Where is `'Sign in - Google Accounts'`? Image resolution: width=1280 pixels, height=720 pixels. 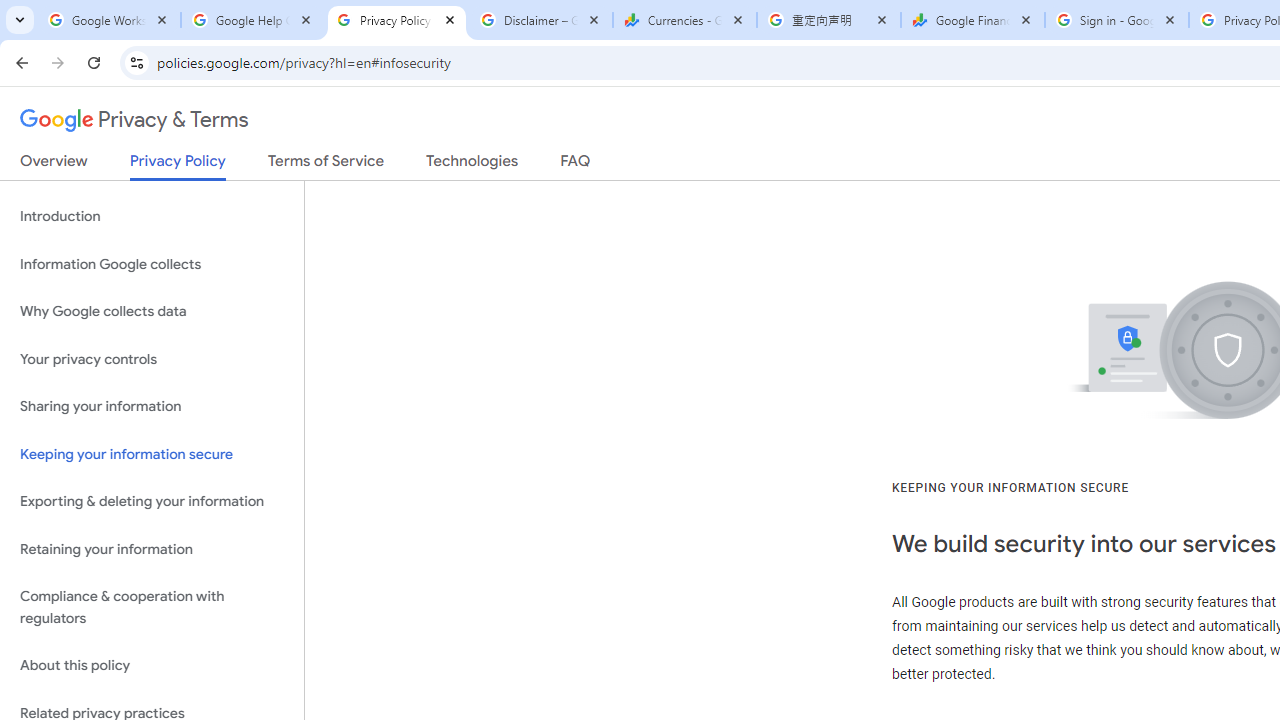
'Sign in - Google Accounts' is located at coordinates (1115, 20).